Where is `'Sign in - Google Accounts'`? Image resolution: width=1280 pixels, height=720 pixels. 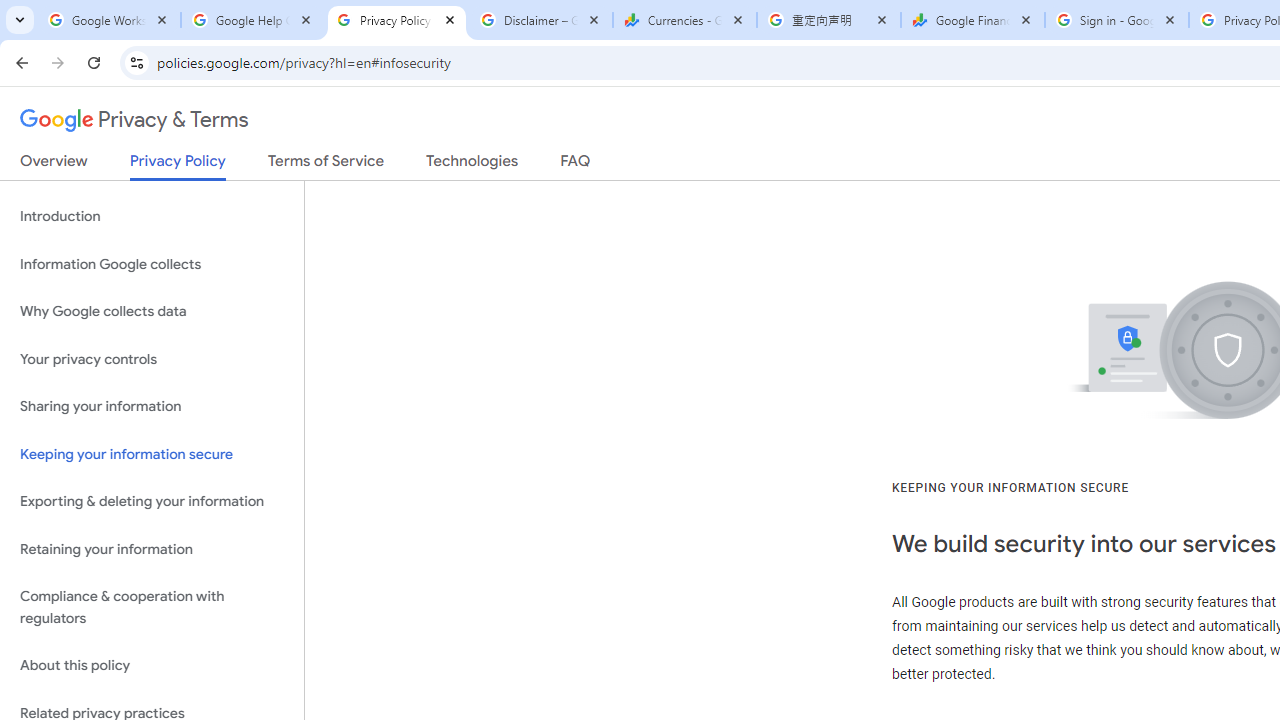
'Sign in - Google Accounts' is located at coordinates (1115, 20).